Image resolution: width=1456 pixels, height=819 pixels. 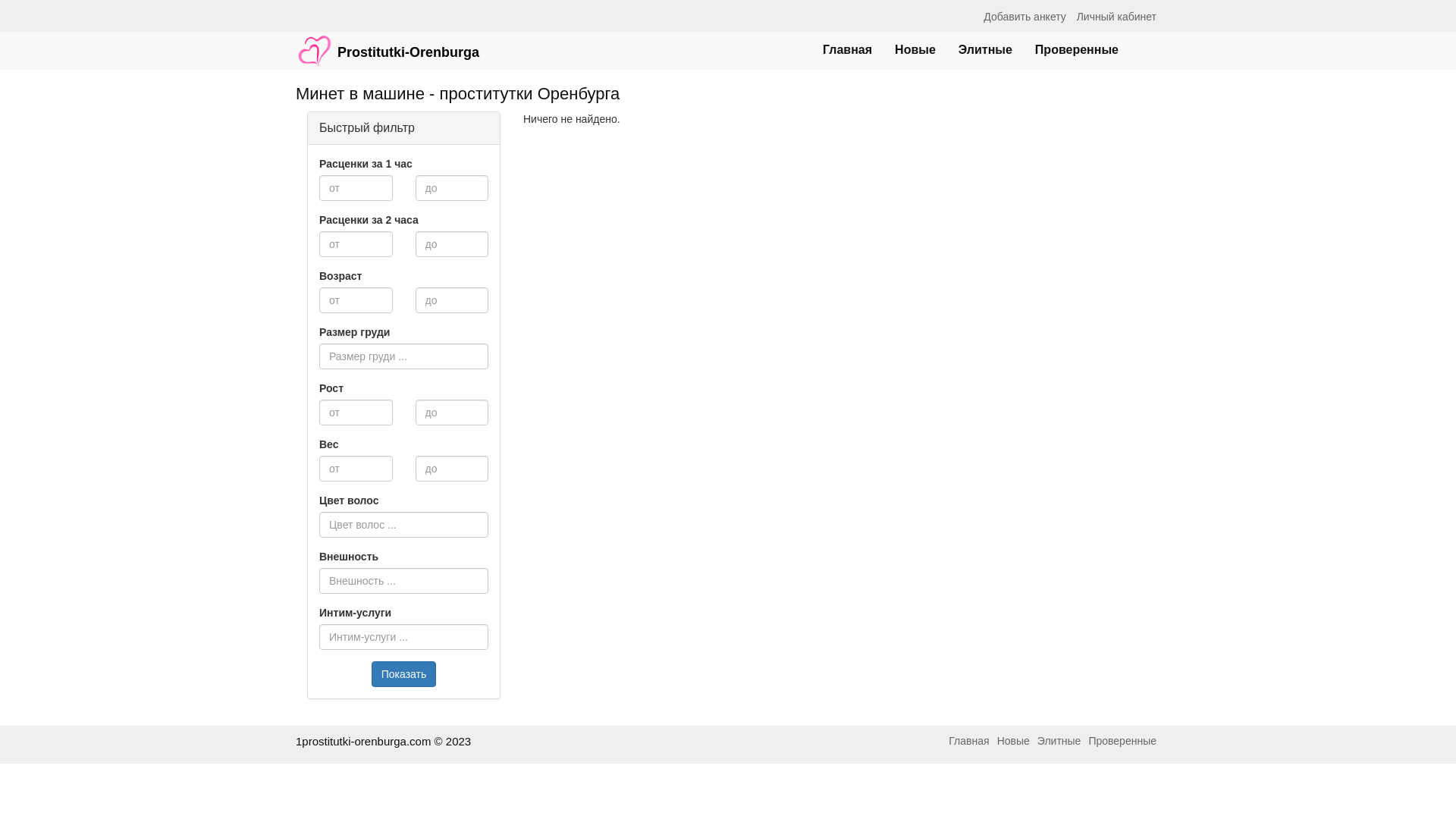 What do you see at coordinates (387, 42) in the screenshot?
I see `'Prostitutki-Orenburga'` at bounding box center [387, 42].